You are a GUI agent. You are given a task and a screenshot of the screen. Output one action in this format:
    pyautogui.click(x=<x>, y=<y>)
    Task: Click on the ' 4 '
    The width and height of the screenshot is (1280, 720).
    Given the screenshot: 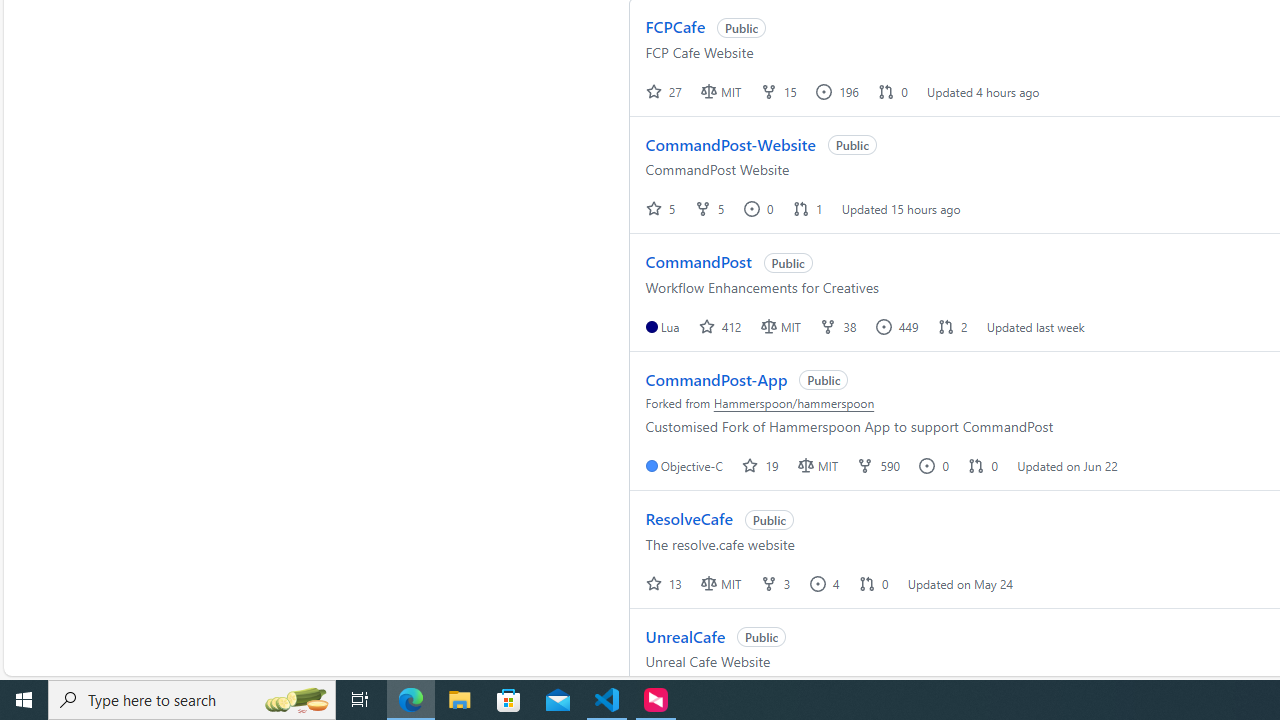 What is the action you would take?
    pyautogui.click(x=826, y=583)
    